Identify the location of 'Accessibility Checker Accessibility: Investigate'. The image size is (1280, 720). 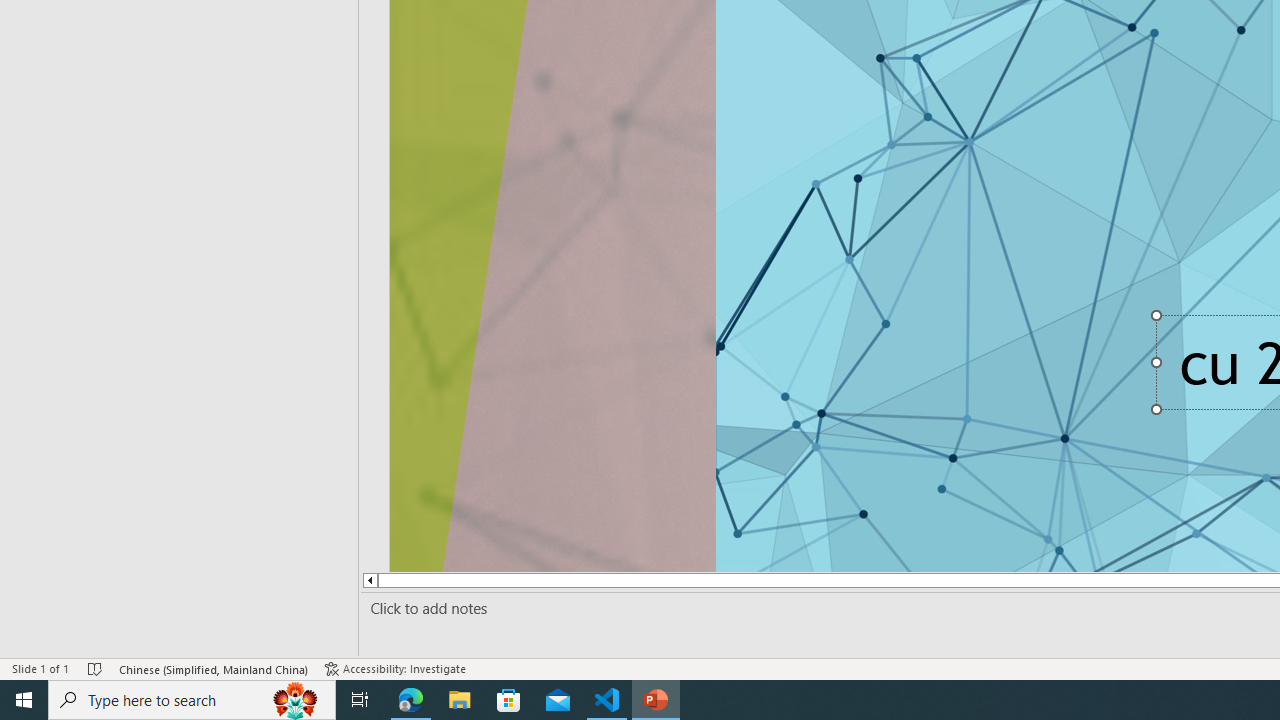
(397, 669).